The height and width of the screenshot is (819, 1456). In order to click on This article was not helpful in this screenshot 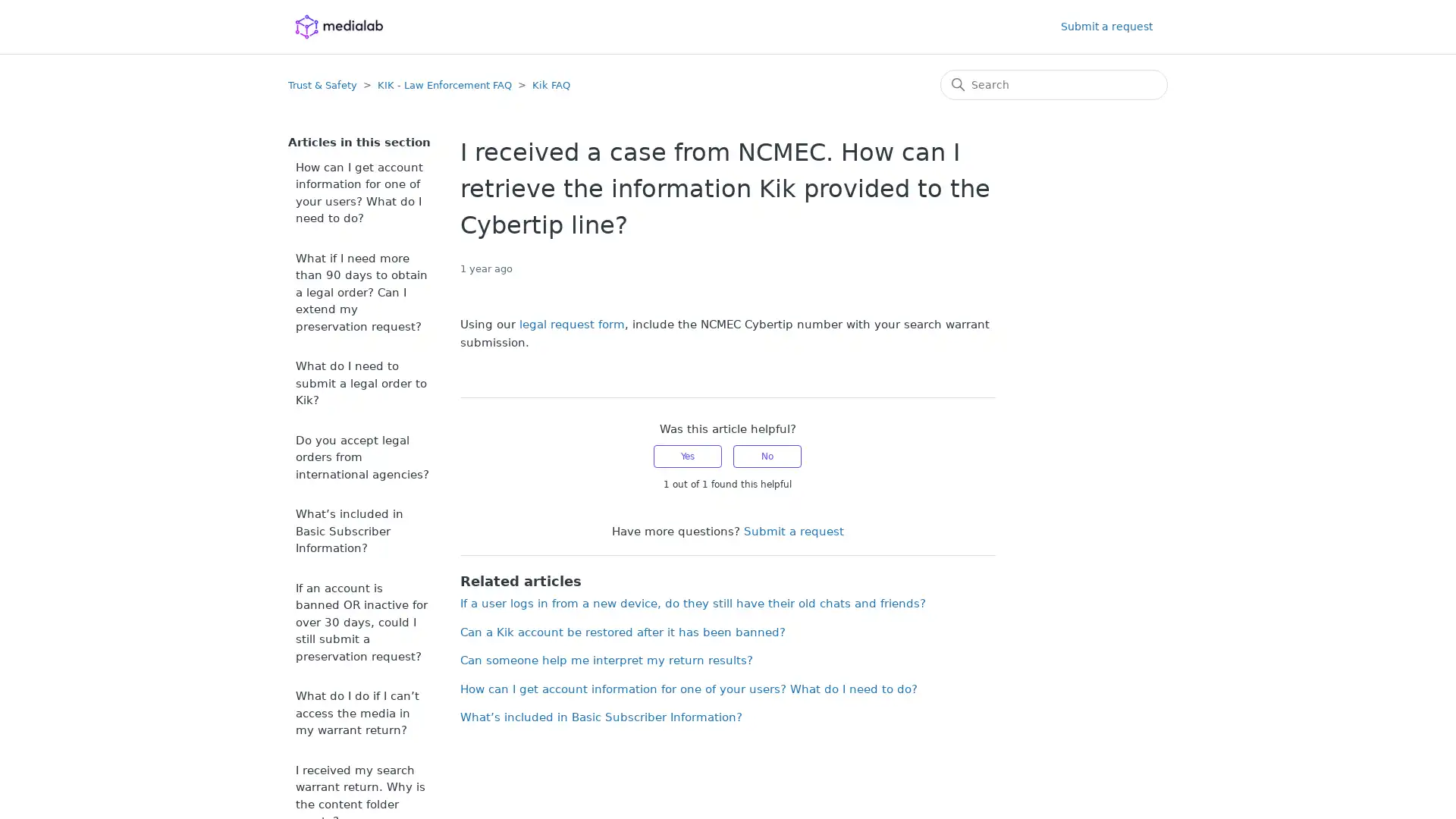, I will do `click(767, 455)`.